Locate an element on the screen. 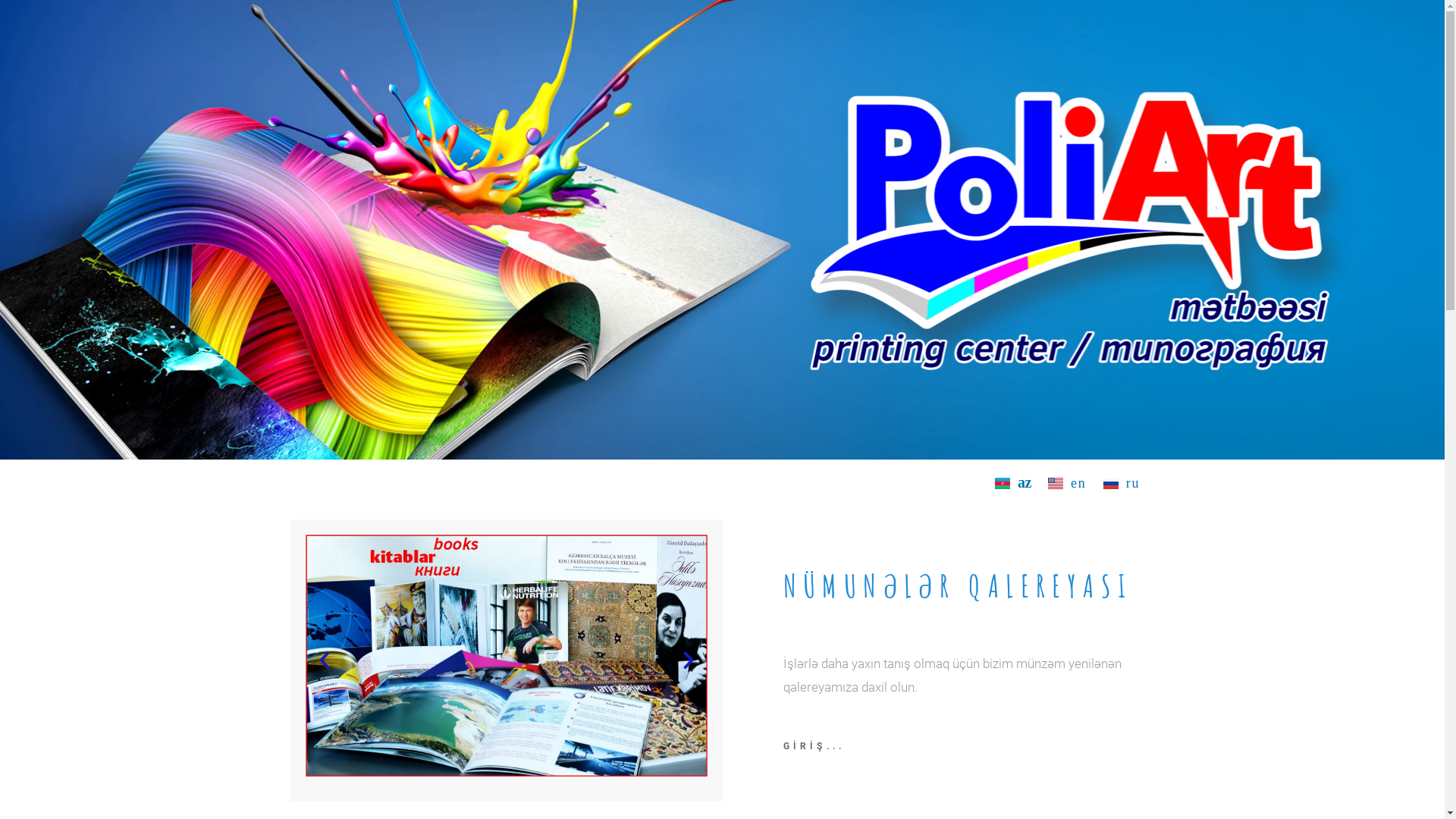  'az' is located at coordinates (1012, 482).